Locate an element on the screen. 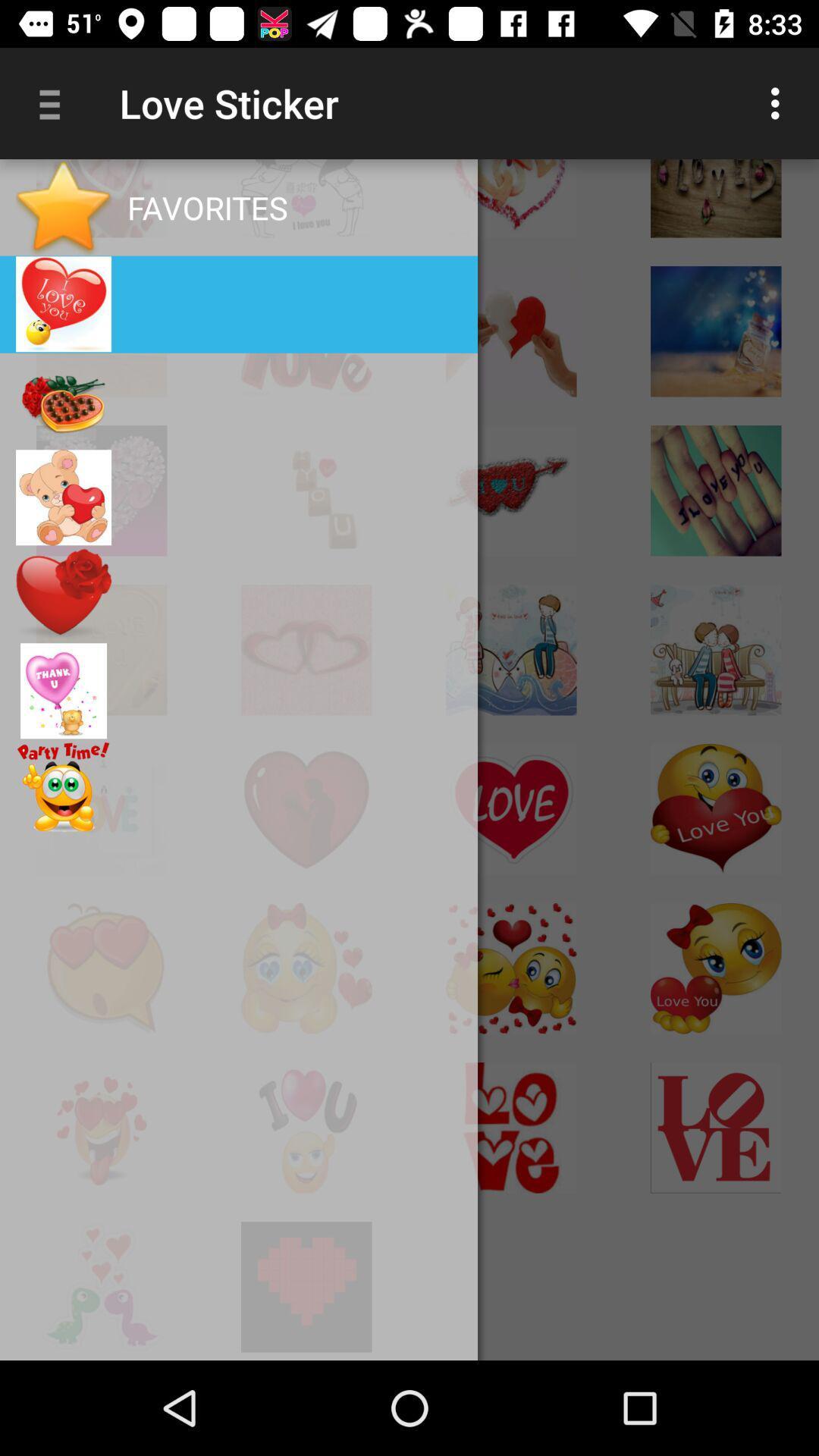 The height and width of the screenshot is (1456, 819). teddy bare image is located at coordinates (63, 497).